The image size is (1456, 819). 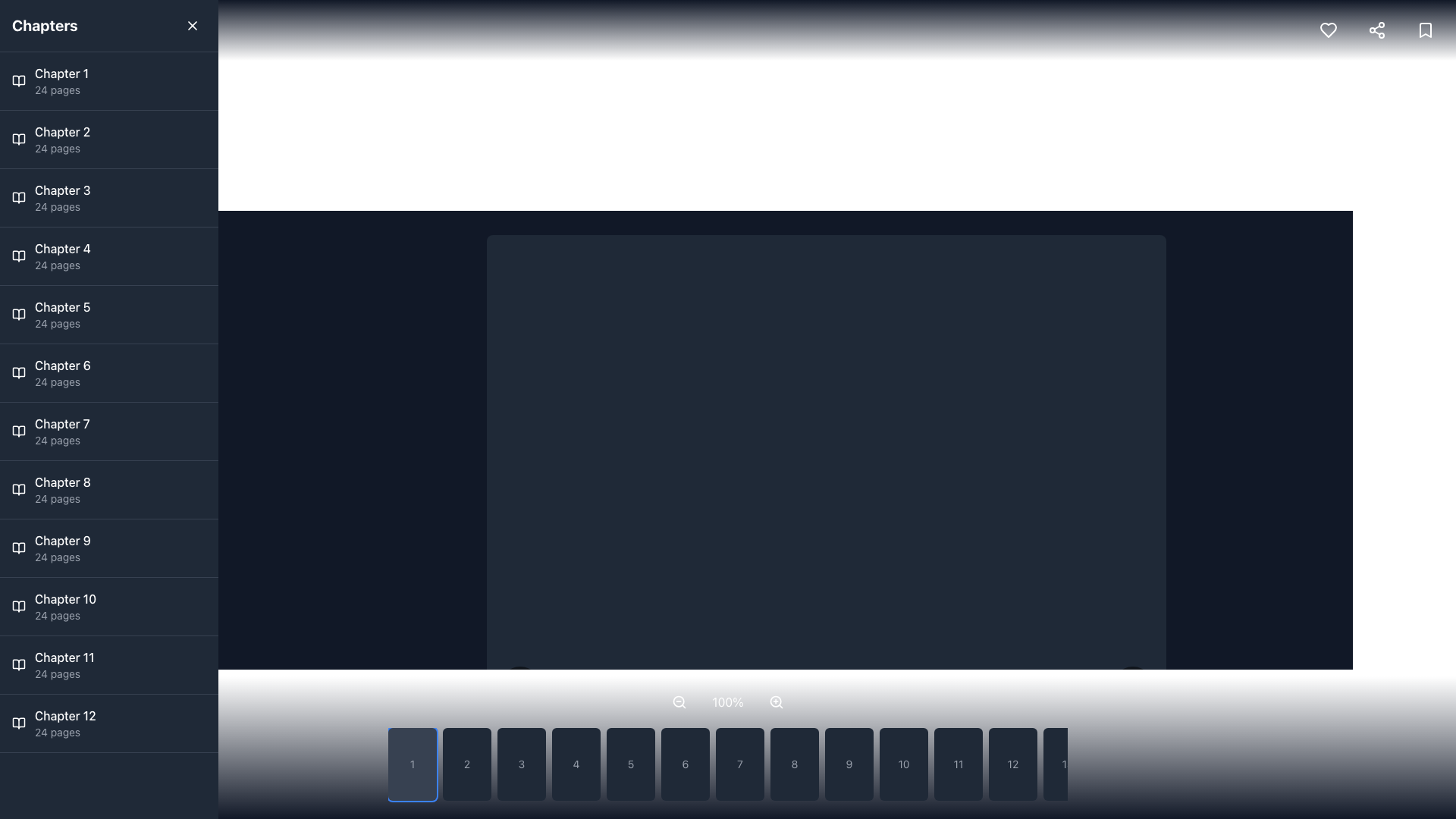 I want to click on the small circular button with a dark background and a white 'X' icon located in the top-right corner of the 'Chapters' header section, so click(x=192, y=26).